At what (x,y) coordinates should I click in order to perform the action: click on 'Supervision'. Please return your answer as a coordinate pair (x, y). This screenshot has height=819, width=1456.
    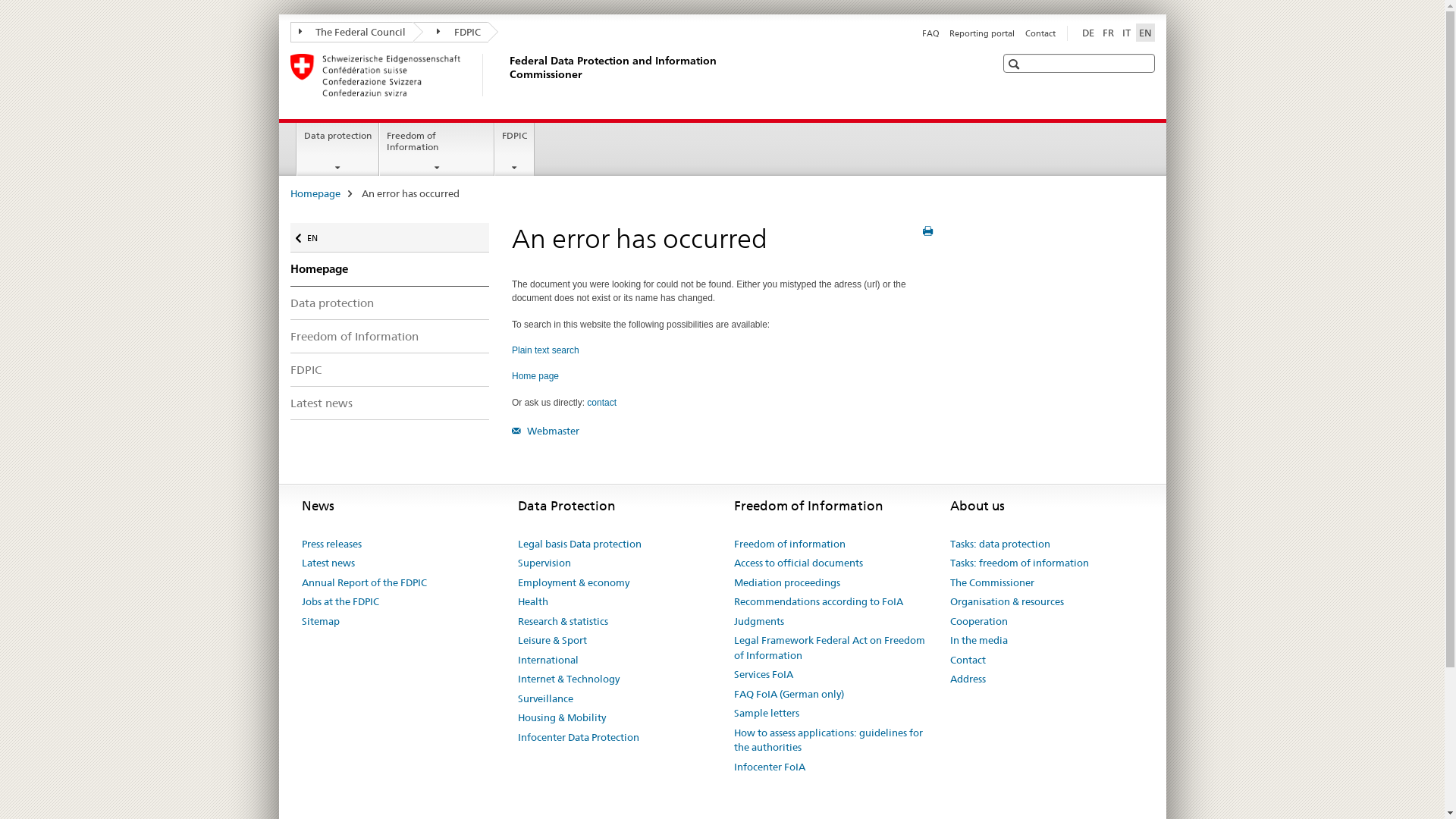
    Looking at the image, I should click on (543, 563).